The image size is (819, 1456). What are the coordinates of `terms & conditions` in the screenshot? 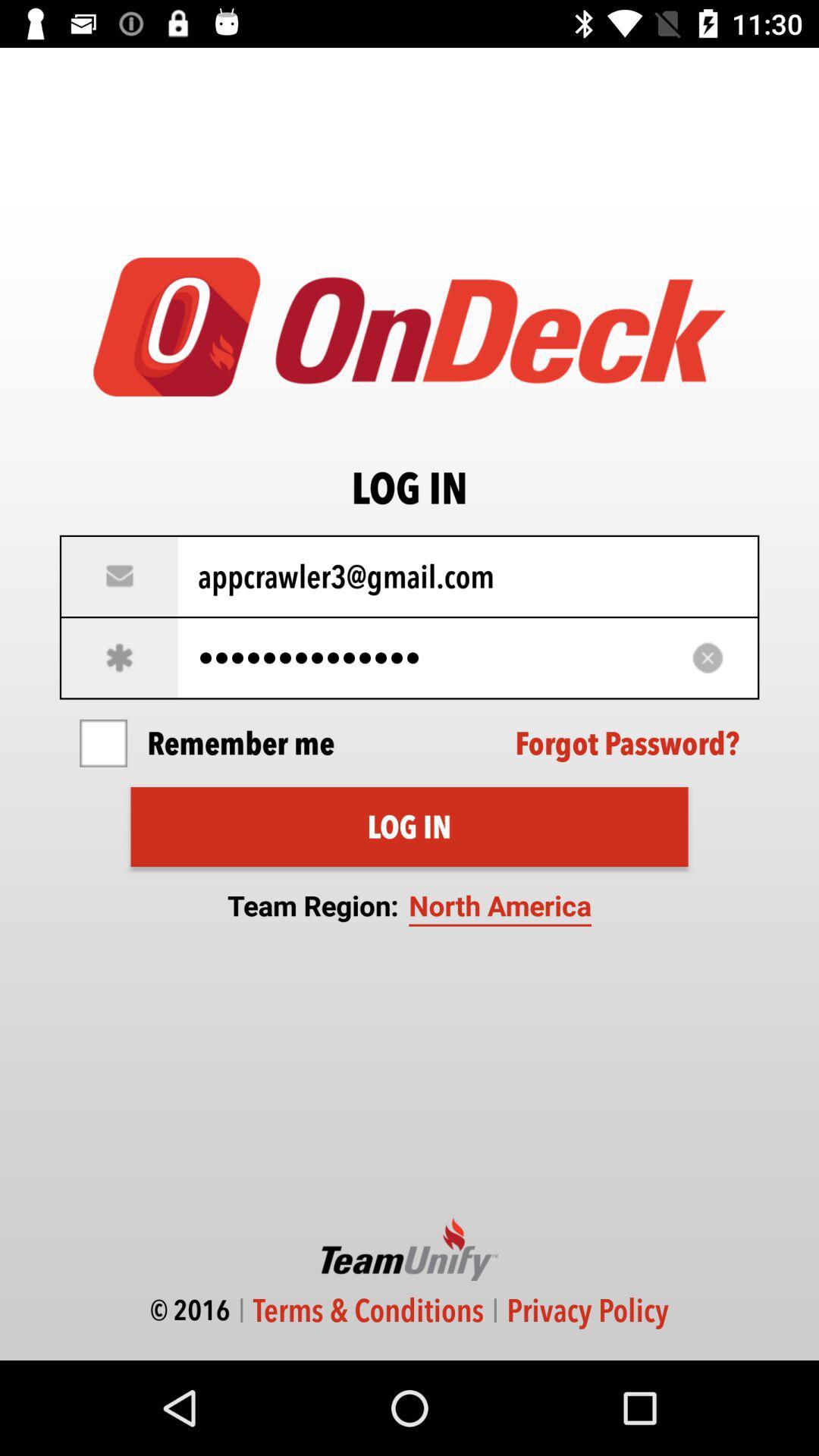 It's located at (369, 1310).